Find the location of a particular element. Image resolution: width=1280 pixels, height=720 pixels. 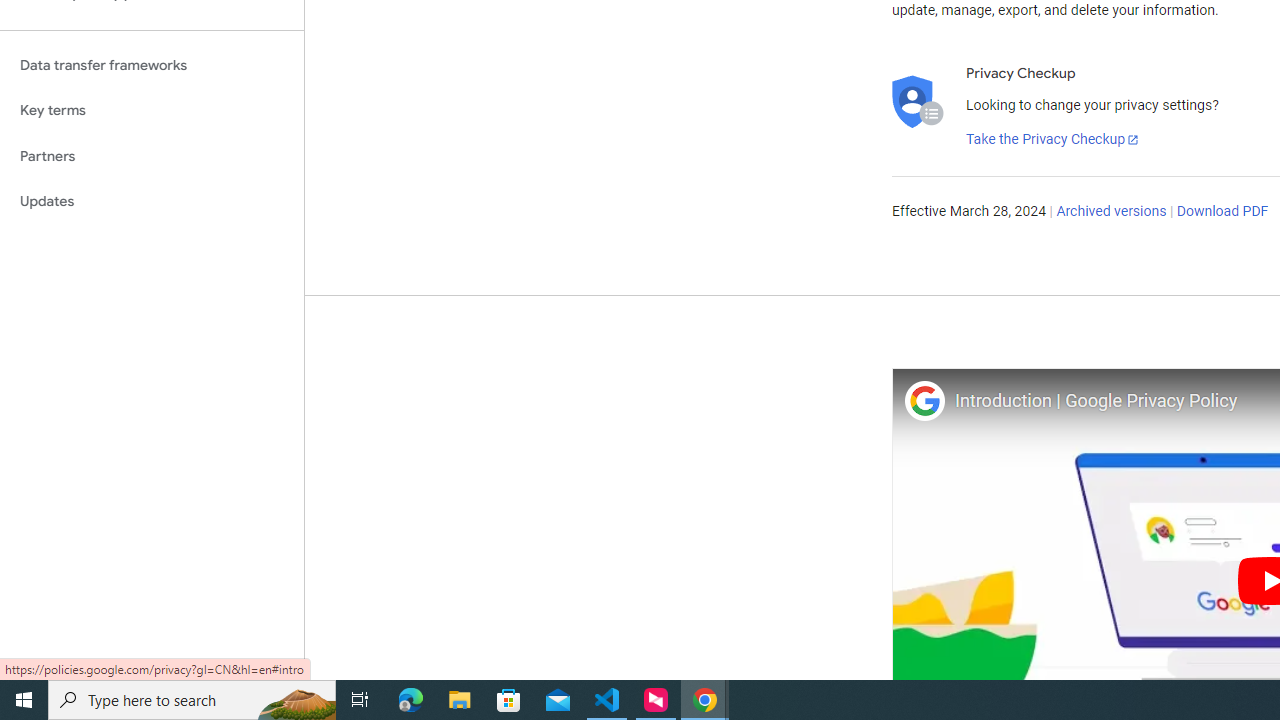

'Download PDF' is located at coordinates (1221, 212).